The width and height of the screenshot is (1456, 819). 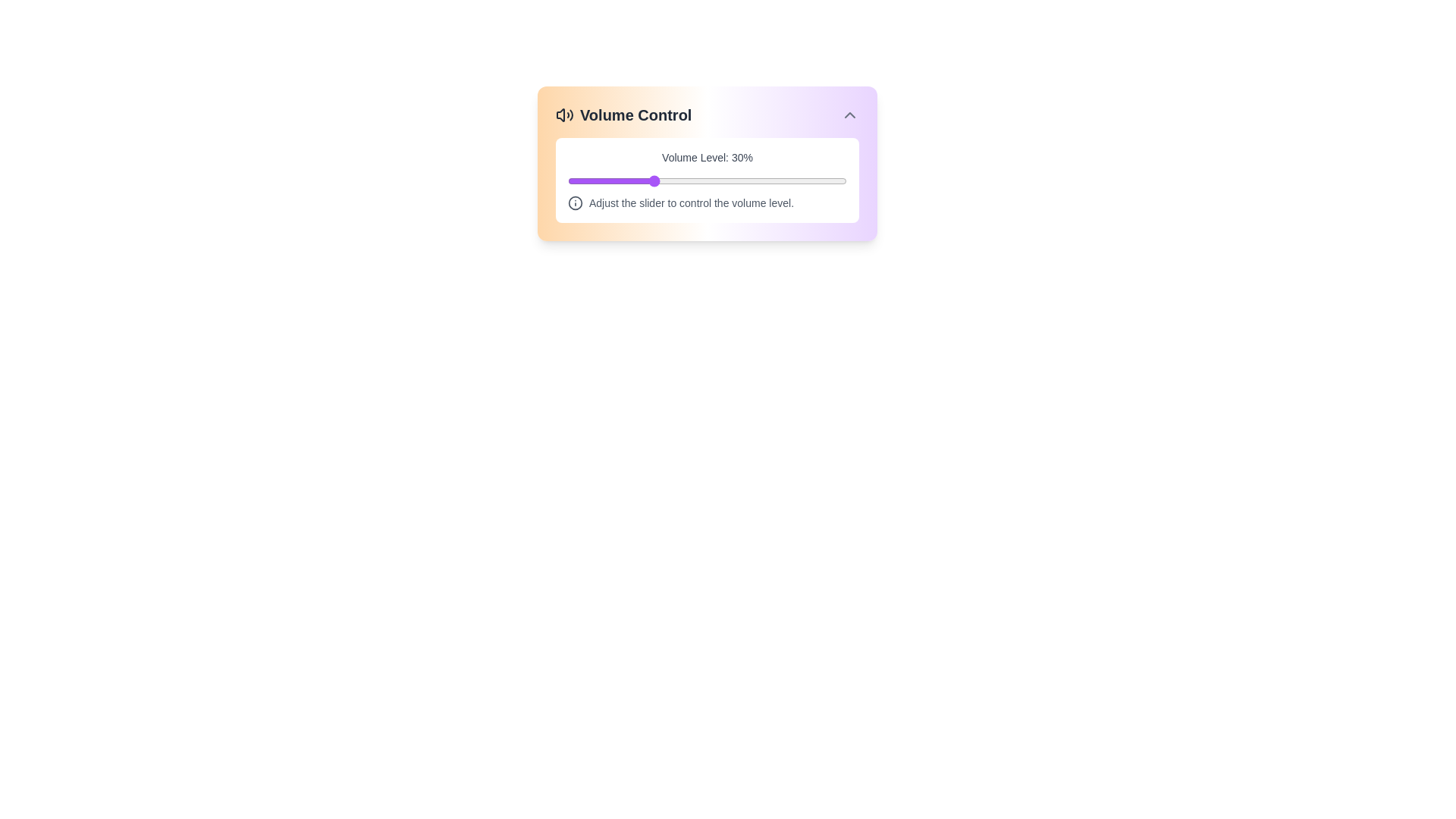 What do you see at coordinates (821, 180) in the screenshot?
I see `the volume slider to set the volume to 91%` at bounding box center [821, 180].